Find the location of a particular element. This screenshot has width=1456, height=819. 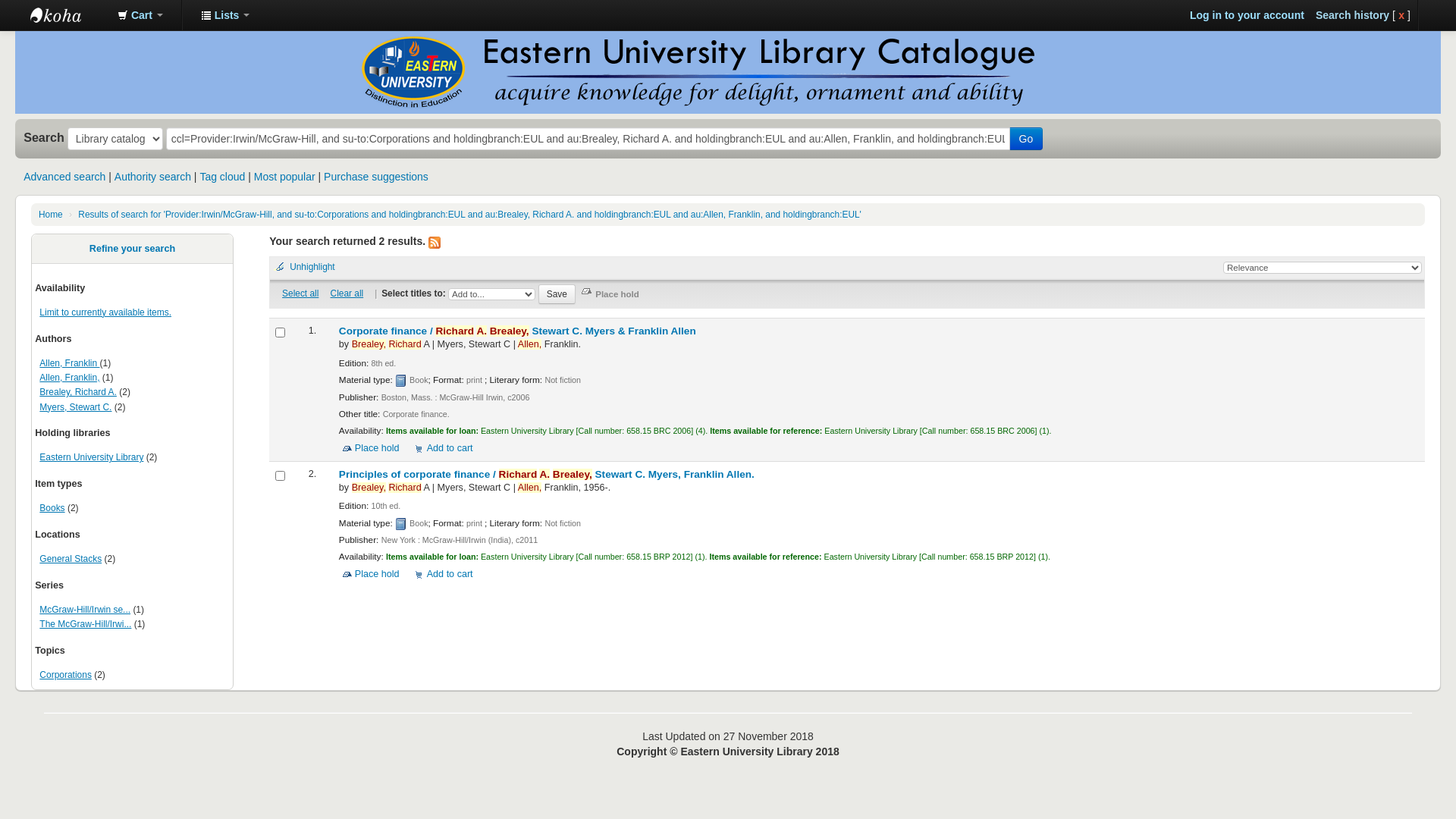

'Most popular' is located at coordinates (284, 175).